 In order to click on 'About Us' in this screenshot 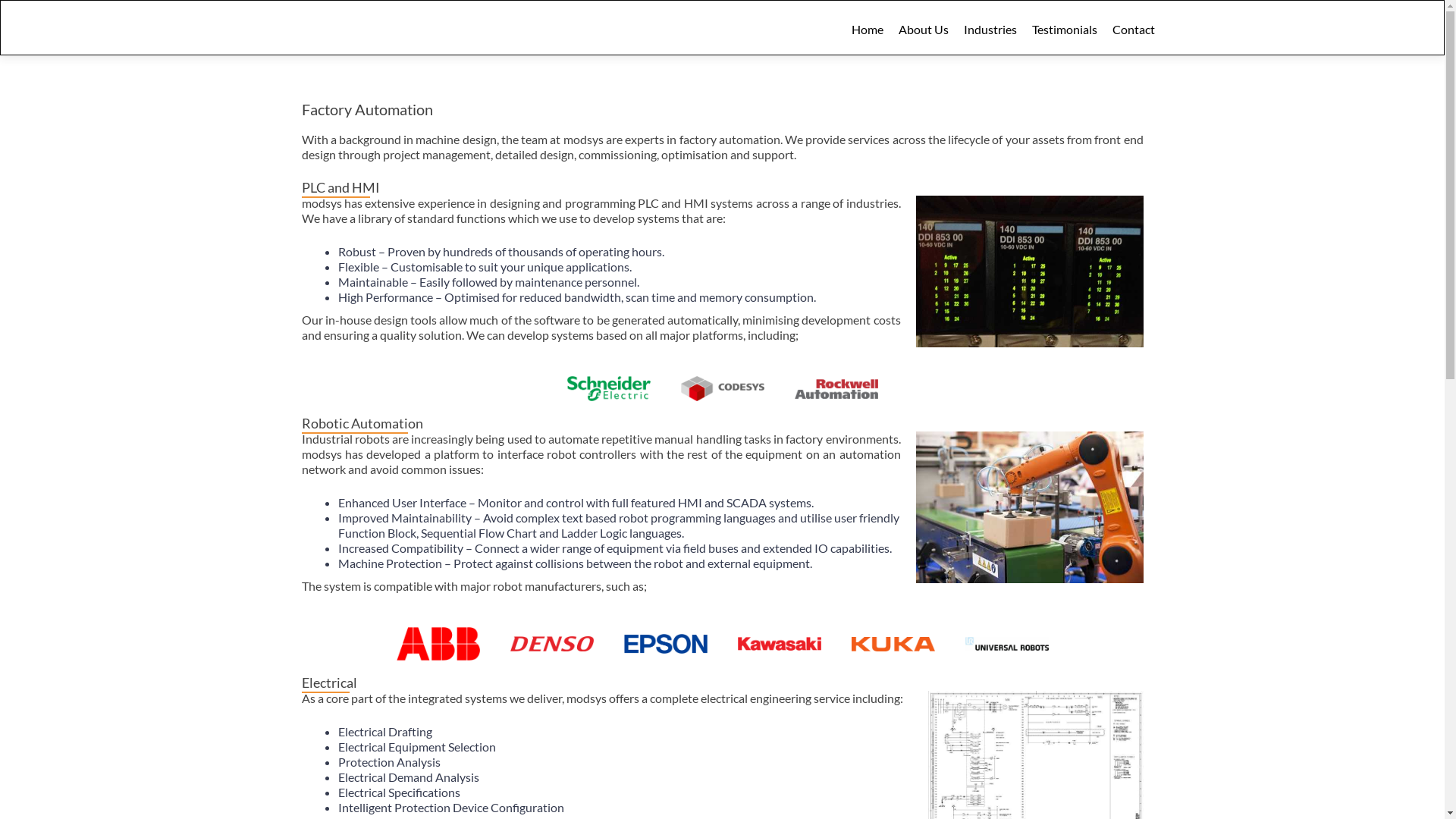, I will do `click(898, 29)`.